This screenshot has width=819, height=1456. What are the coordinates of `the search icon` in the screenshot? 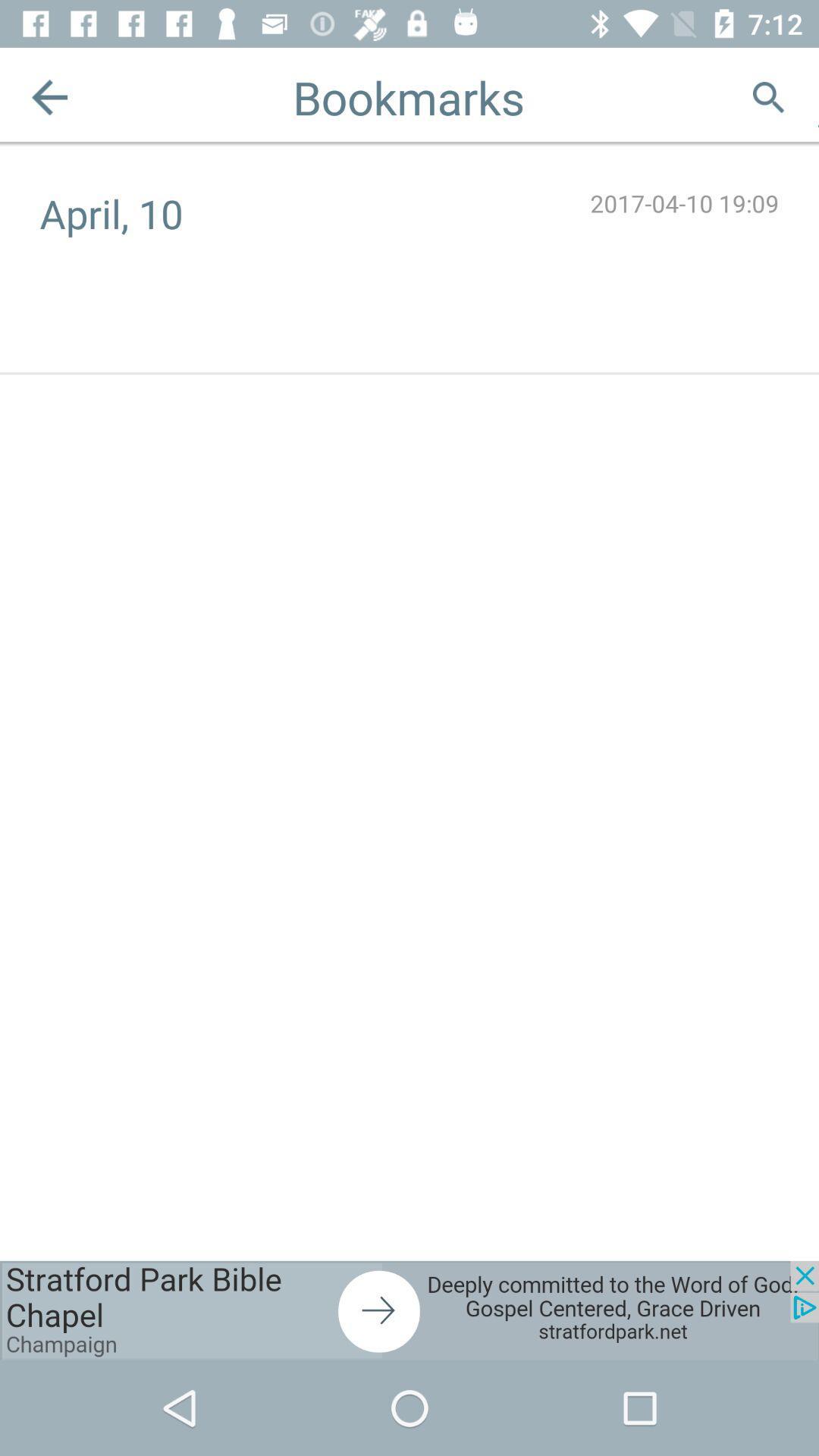 It's located at (768, 96).